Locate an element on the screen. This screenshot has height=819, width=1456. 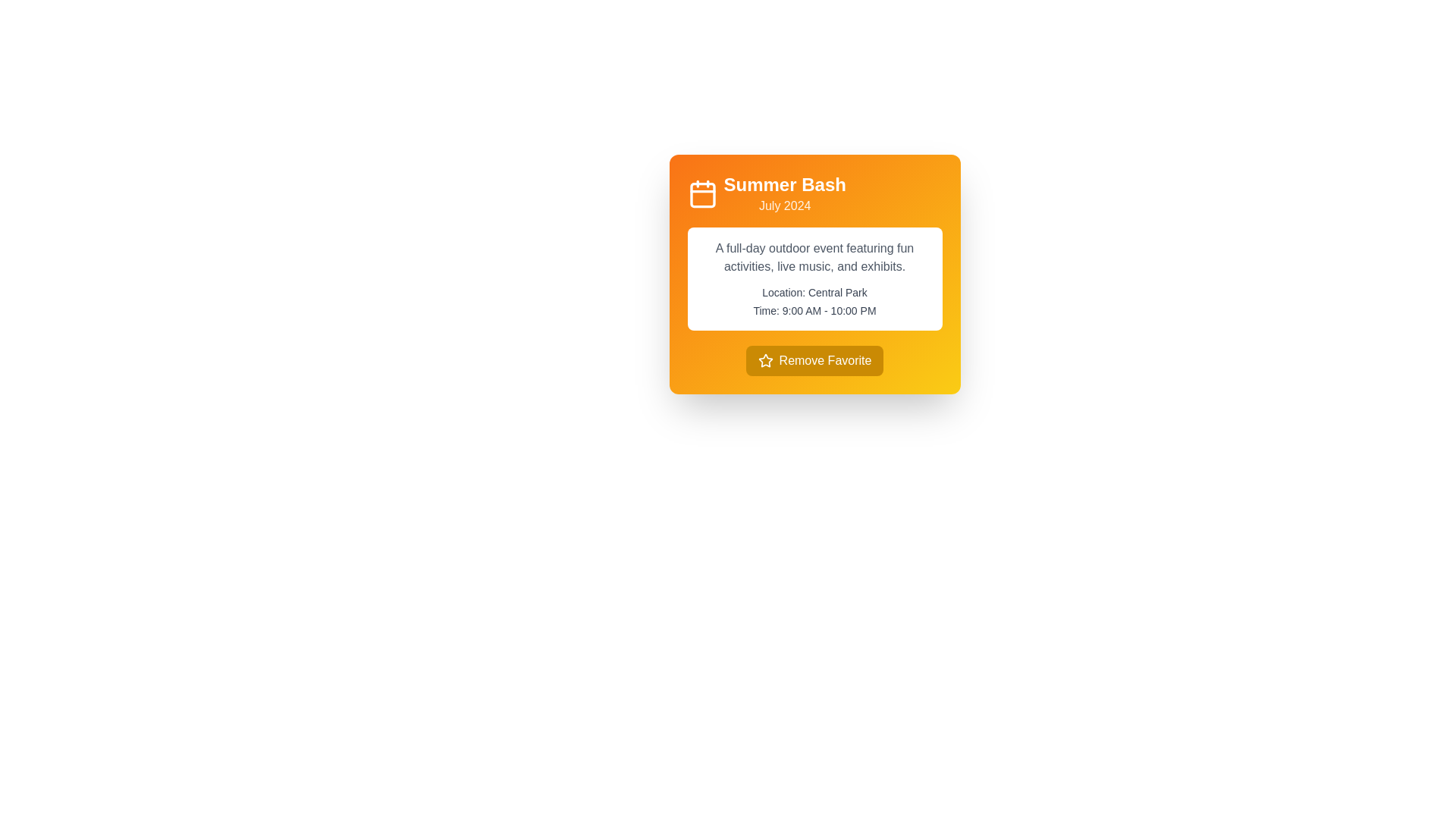
the text label displaying 'July 2024', which is styled with white text on an orange background and positioned below the 'Summer Bash' title is located at coordinates (785, 206).